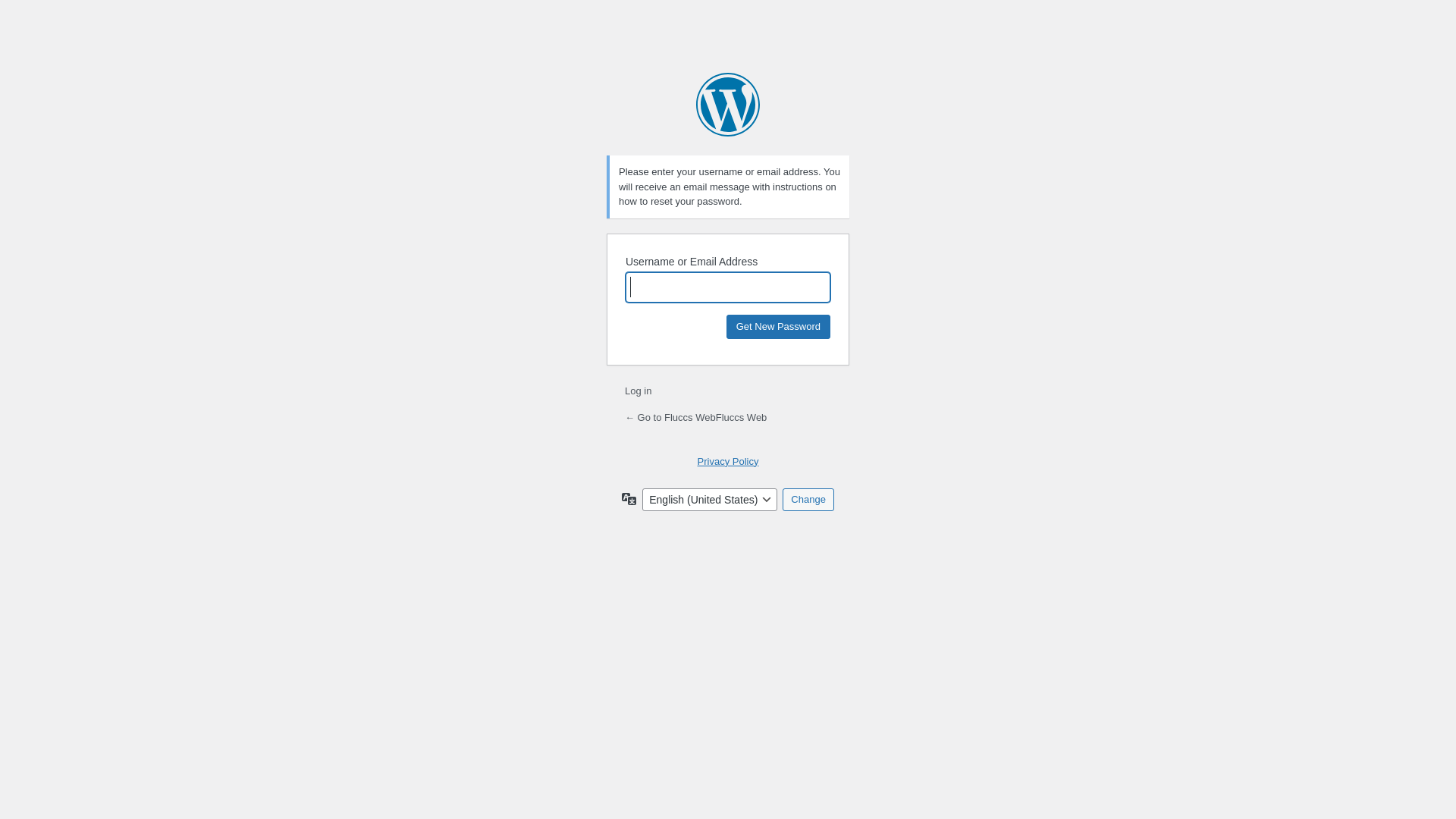 This screenshot has height=819, width=1456. What do you see at coordinates (638, 390) in the screenshot?
I see `'Log in'` at bounding box center [638, 390].